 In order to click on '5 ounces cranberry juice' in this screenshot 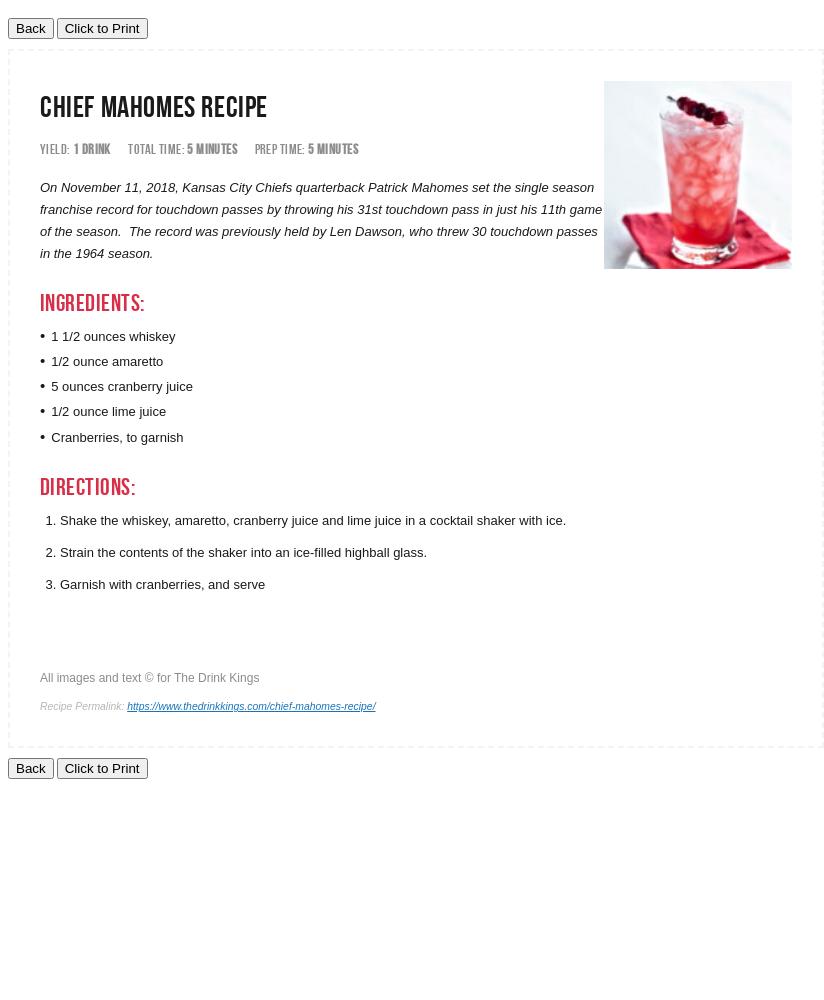, I will do `click(121, 386)`.